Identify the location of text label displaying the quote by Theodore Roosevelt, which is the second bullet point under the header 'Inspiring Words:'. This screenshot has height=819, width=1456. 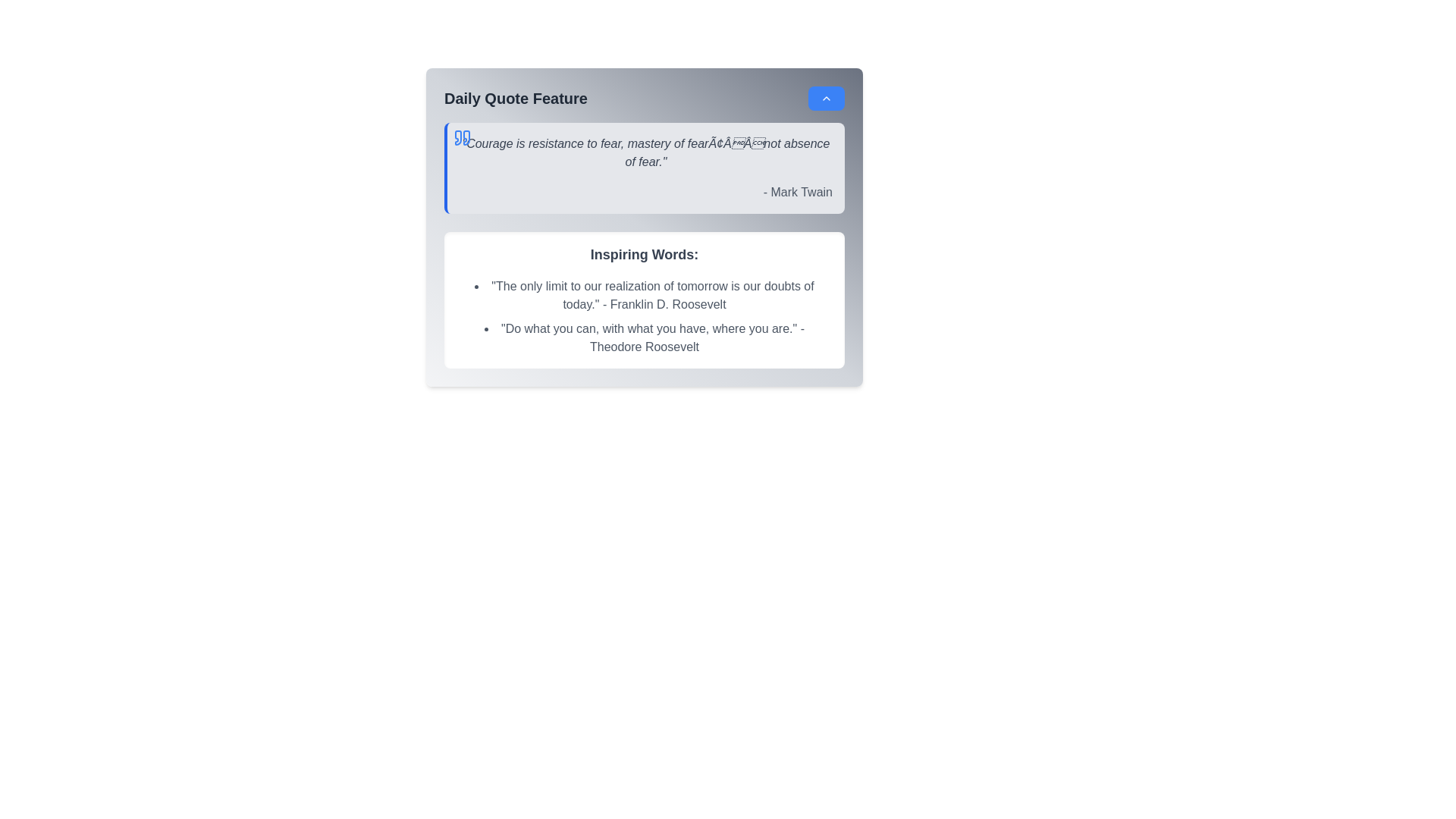
(644, 337).